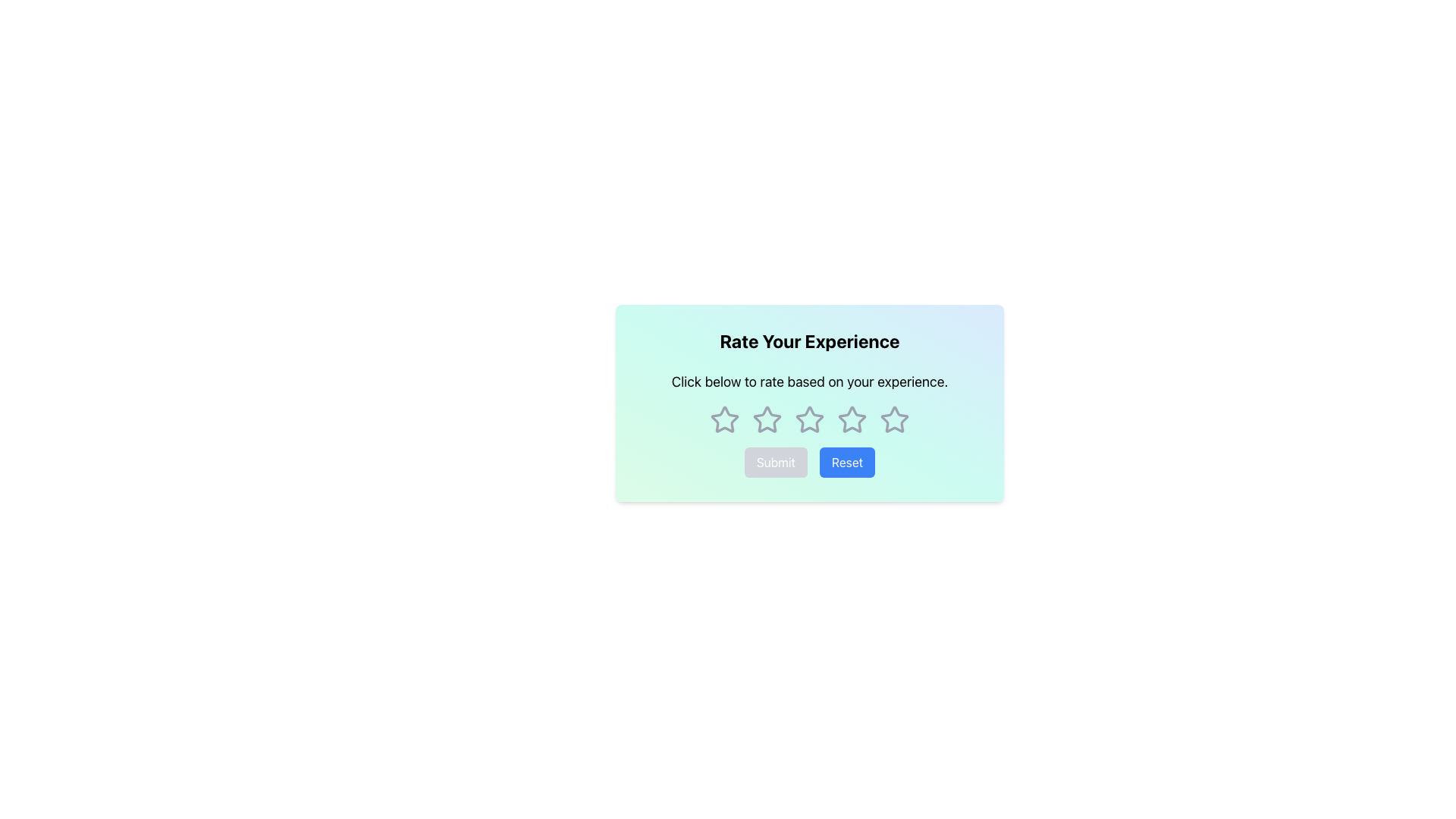 This screenshot has width=1456, height=819. Describe the element at coordinates (767, 419) in the screenshot. I see `the second star icon in the user rating system` at that location.